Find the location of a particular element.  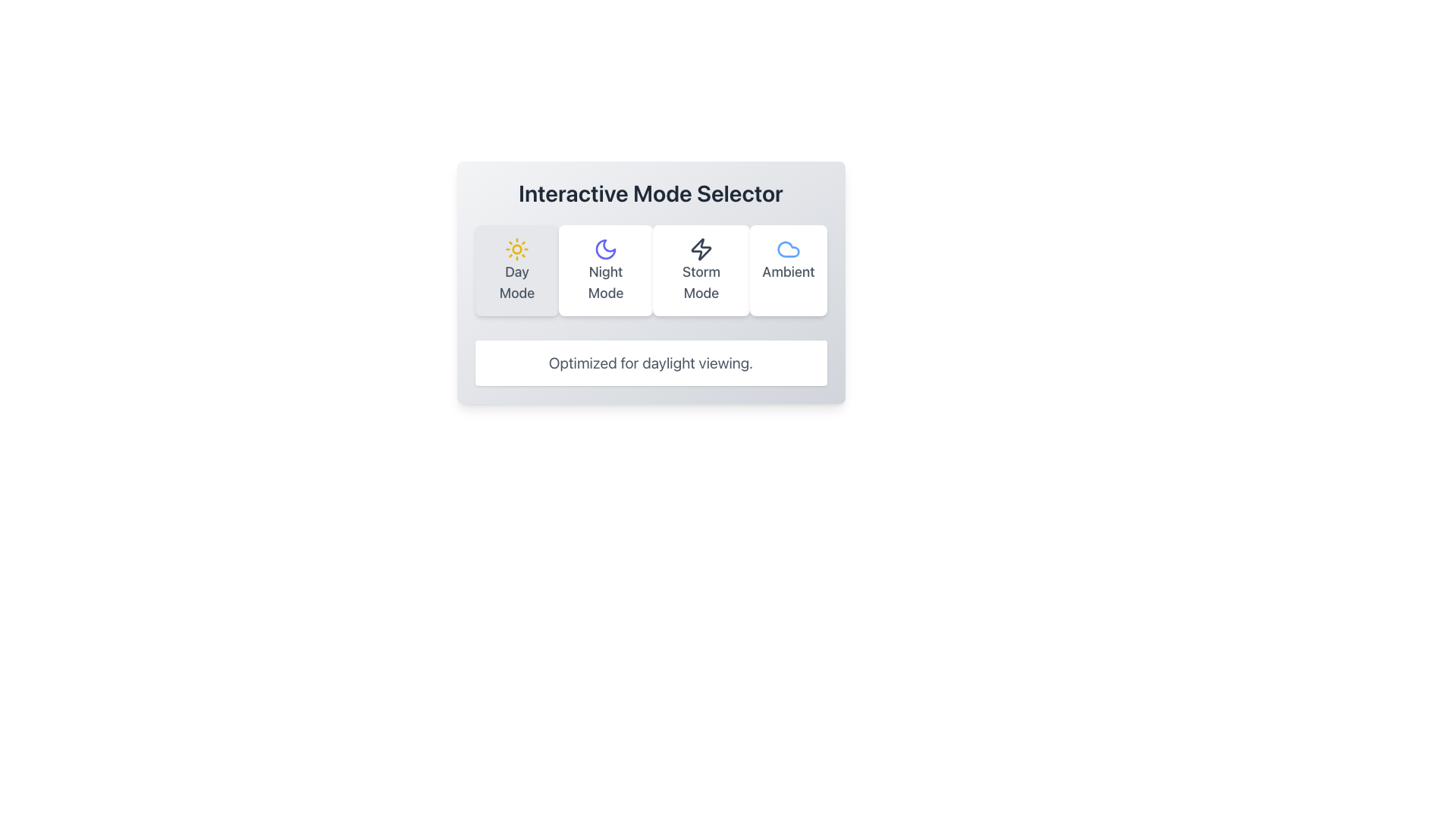

the lightning bolt icon, which is a minimalist SVG graphic in dark gray, located within the 'Storm Mode' selection button on the mode selection bar is located at coordinates (701, 248).